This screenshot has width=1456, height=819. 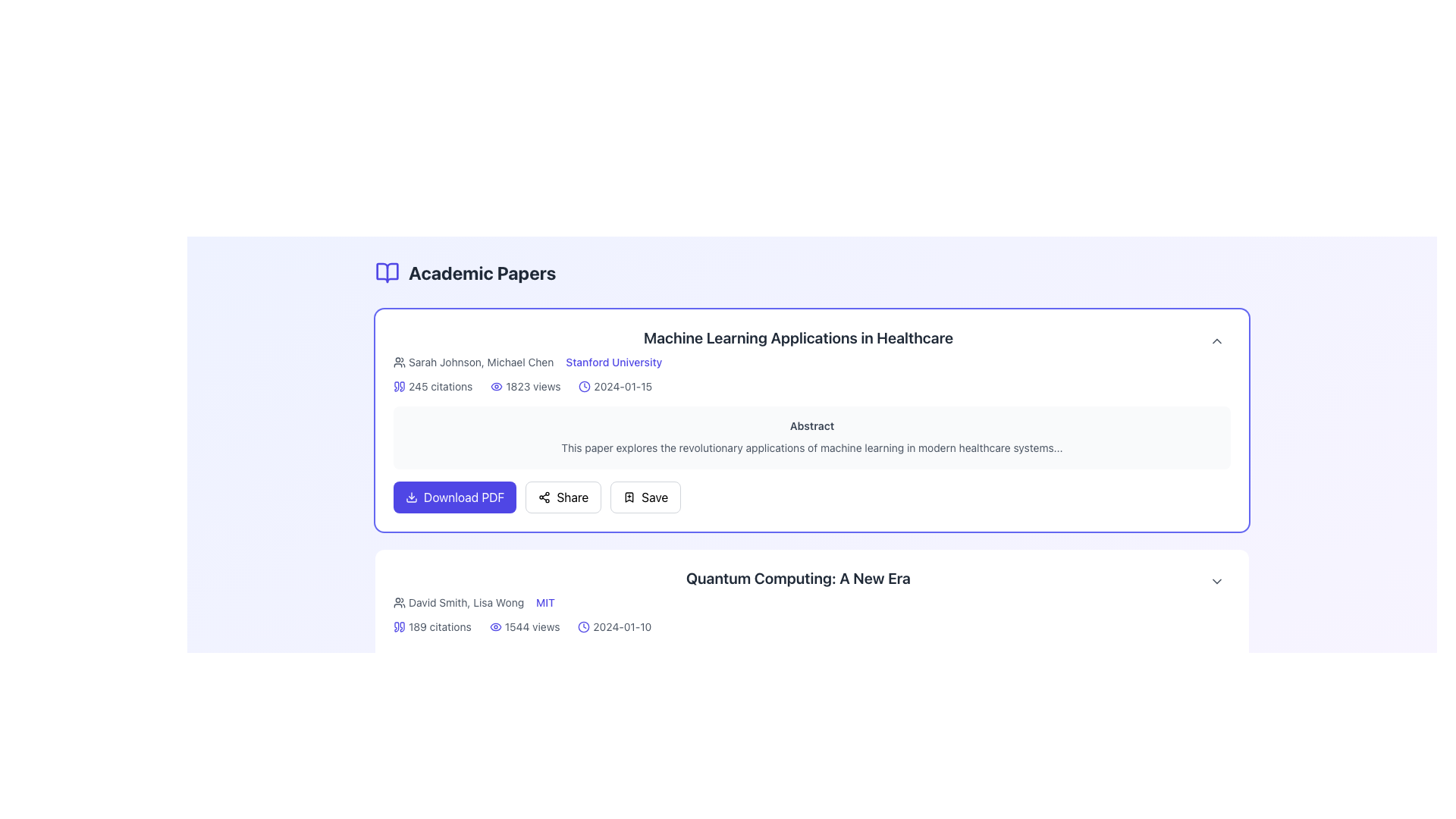 What do you see at coordinates (454, 497) in the screenshot?
I see `the 'Download PDF' button, which is the first button among three buttons at the bottom-left corner of the card titled 'Machine Learning Applications in Healthcare'` at bounding box center [454, 497].